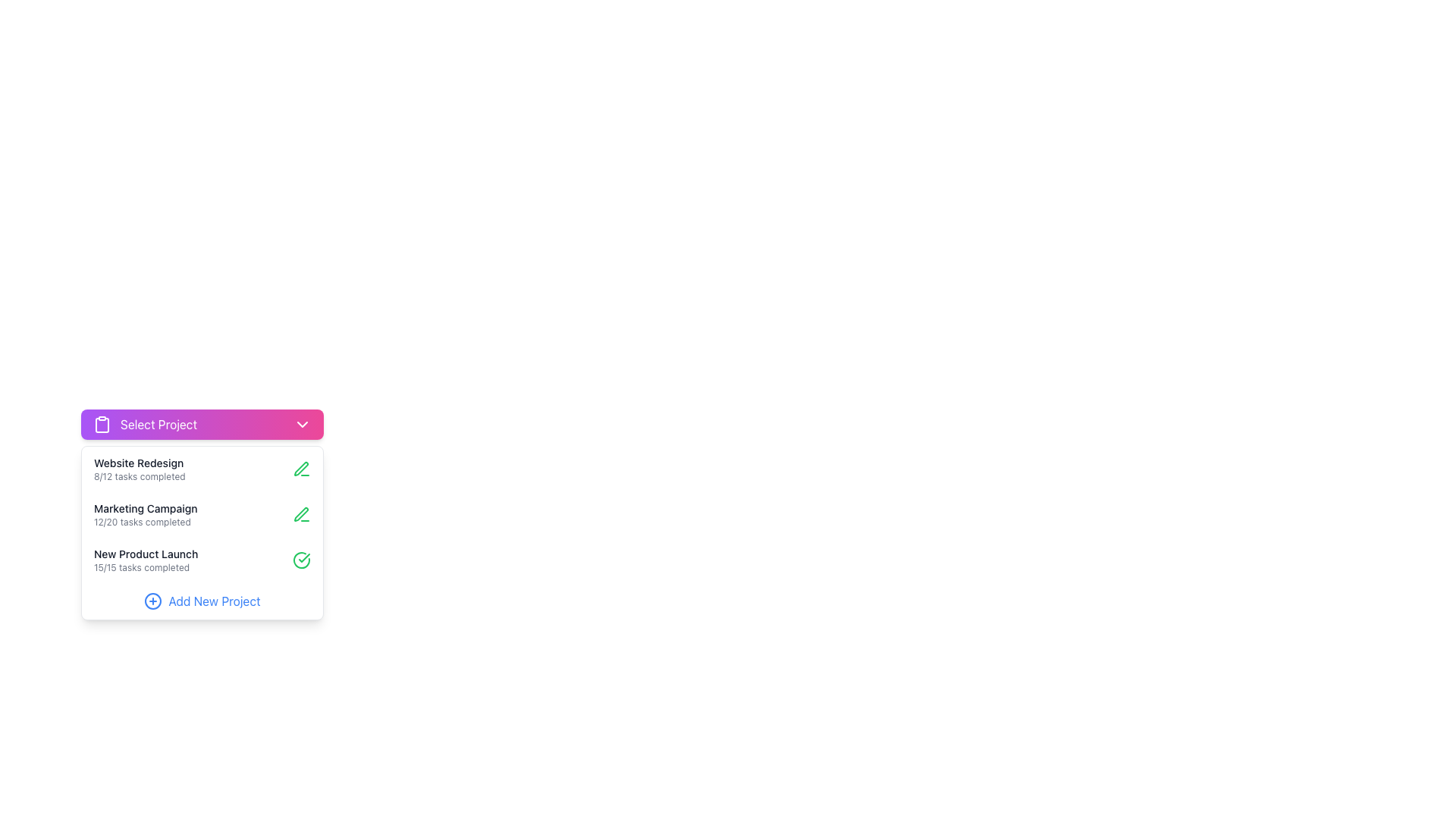 This screenshot has height=819, width=1456. I want to click on the green circular icon with a check mark inside, located next to the 'New Product Launch' text, so click(302, 560).